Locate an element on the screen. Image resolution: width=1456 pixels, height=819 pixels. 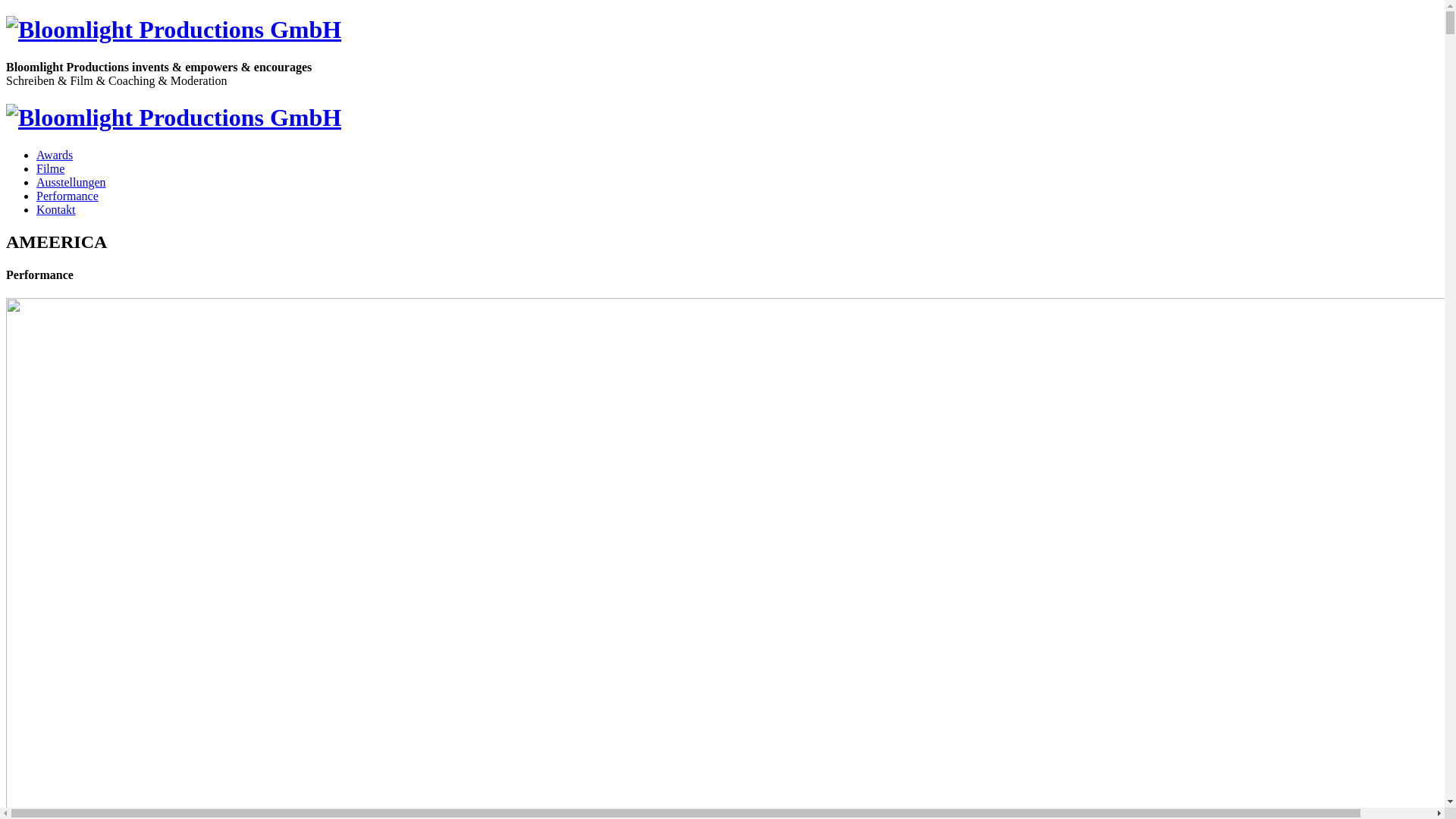
'Ausstellungen' is located at coordinates (71, 181).